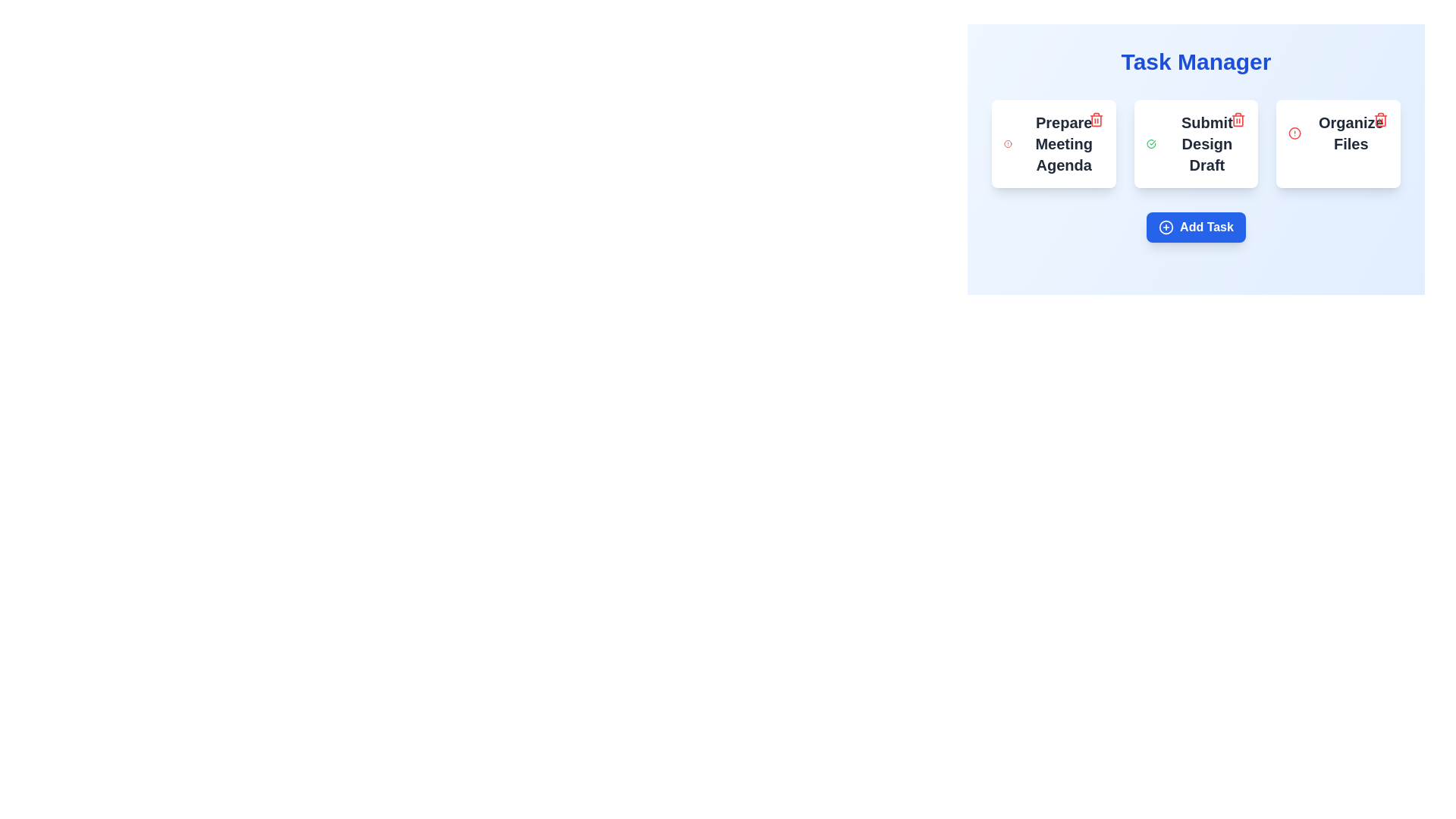  What do you see at coordinates (1166, 227) in the screenshot?
I see `the circular icon with a plus symbol, located adjacent to the text 'Add Task', to trigger a visual response` at bounding box center [1166, 227].